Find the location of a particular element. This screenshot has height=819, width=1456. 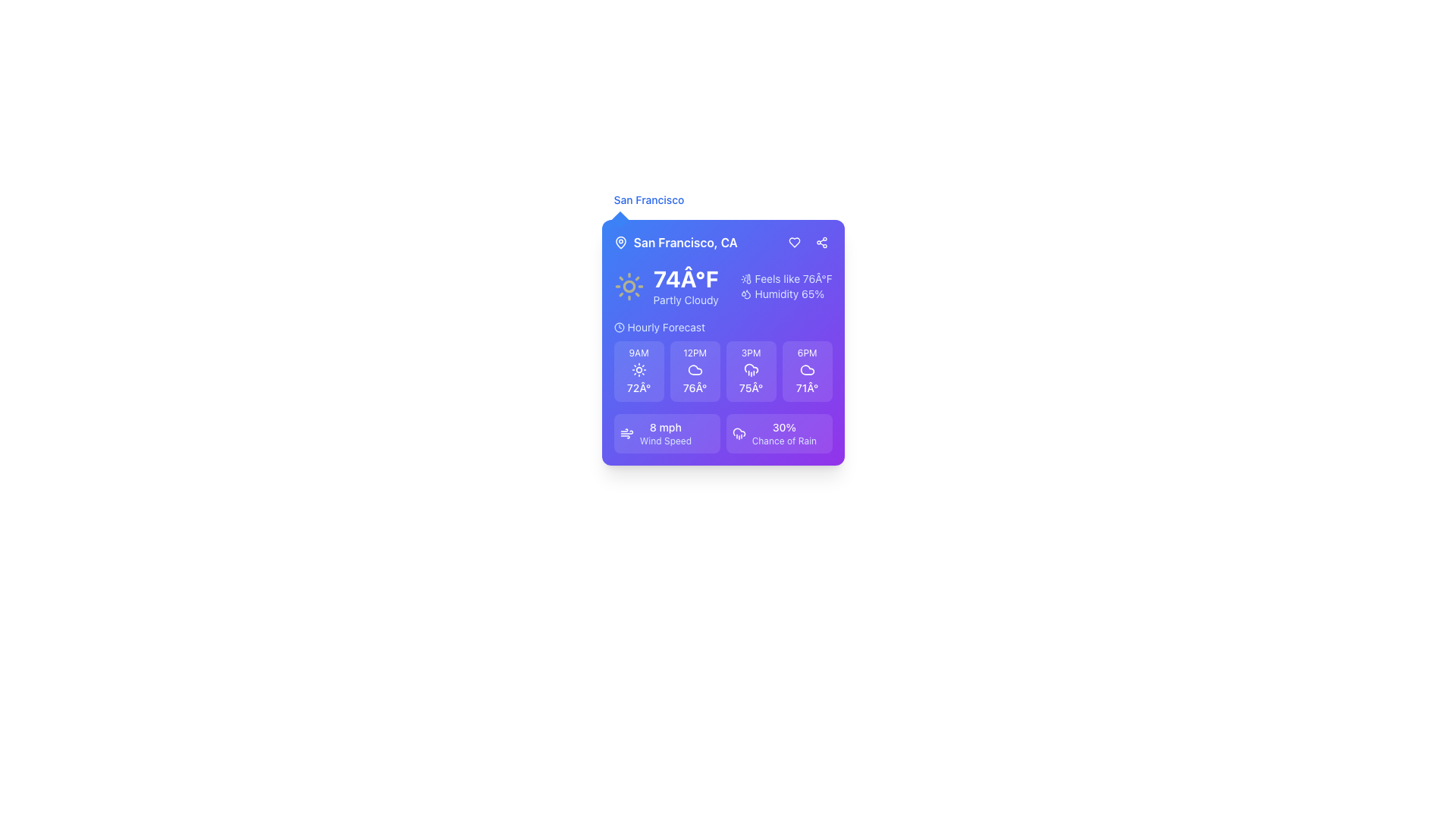

the text label displaying 'Chance of Rain' in a small, lightweight font with a blue hue, located in the bottom-right corner of the interface under the numeric value '30% is located at coordinates (784, 441).